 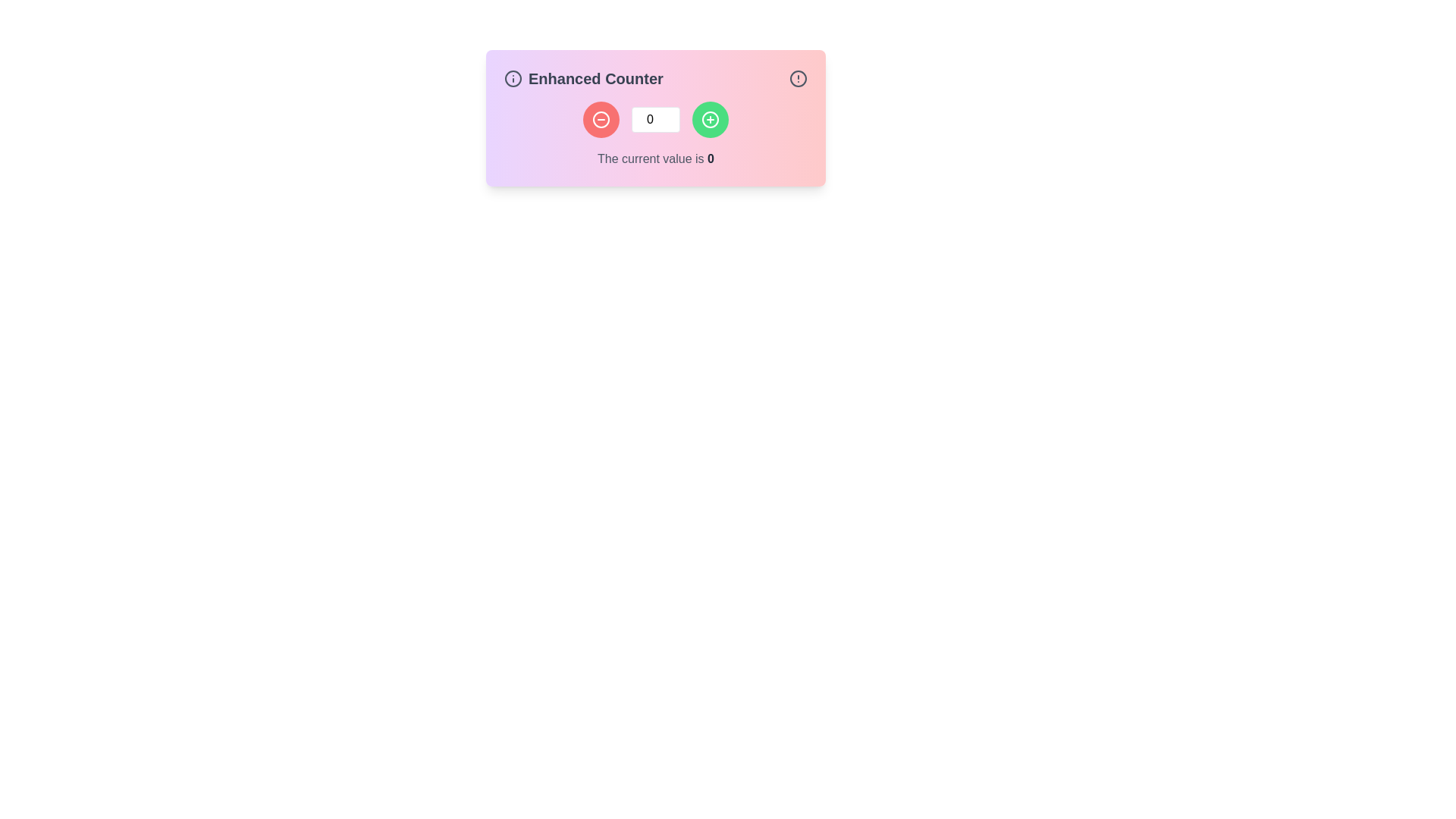 What do you see at coordinates (655, 158) in the screenshot?
I see `the static informational text label that displays the current value of the numeric input, located below the central numeric input field within a rectangular panel with a gradient background` at bounding box center [655, 158].